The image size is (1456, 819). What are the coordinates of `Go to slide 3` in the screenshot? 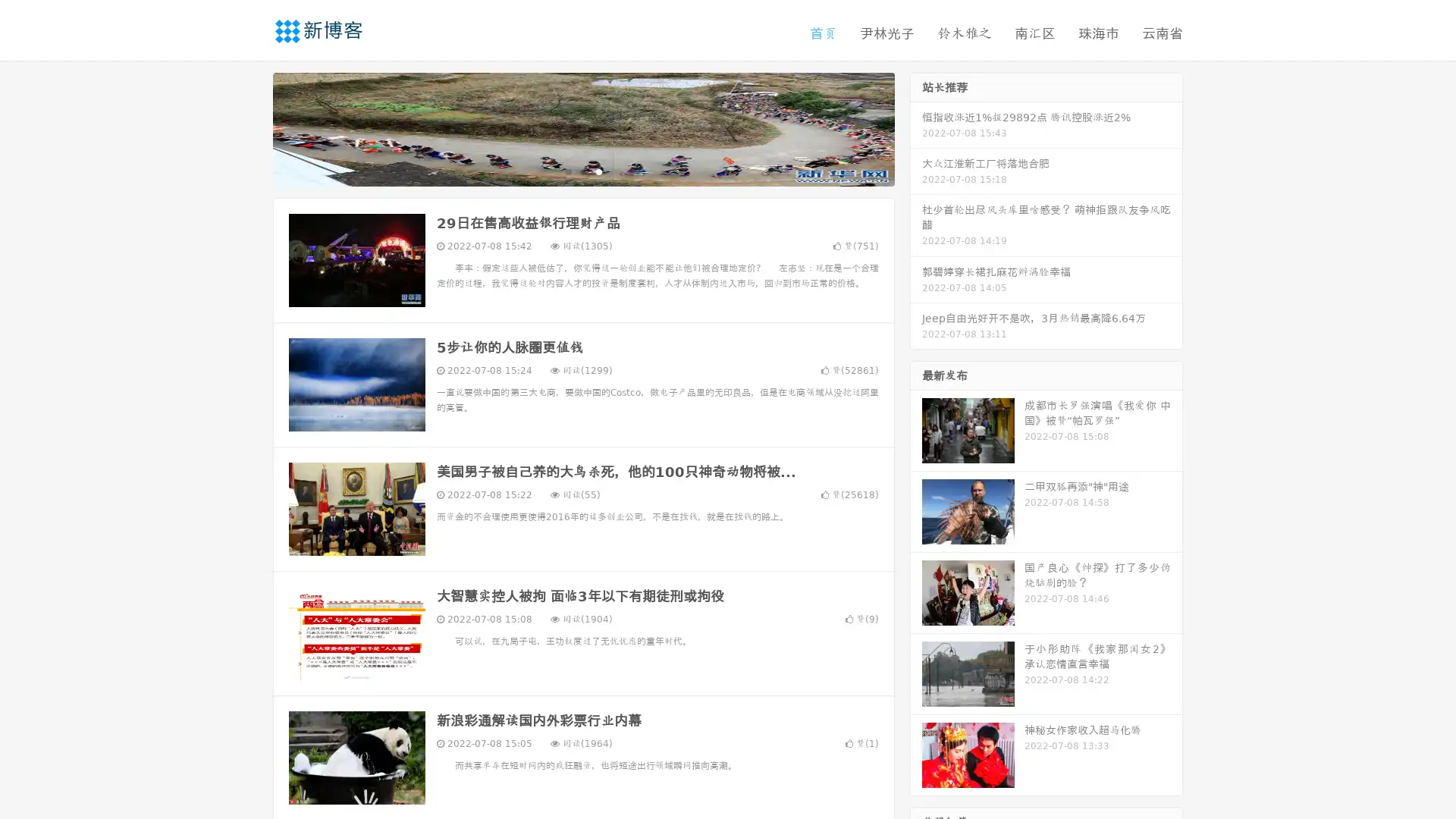 It's located at (598, 171).